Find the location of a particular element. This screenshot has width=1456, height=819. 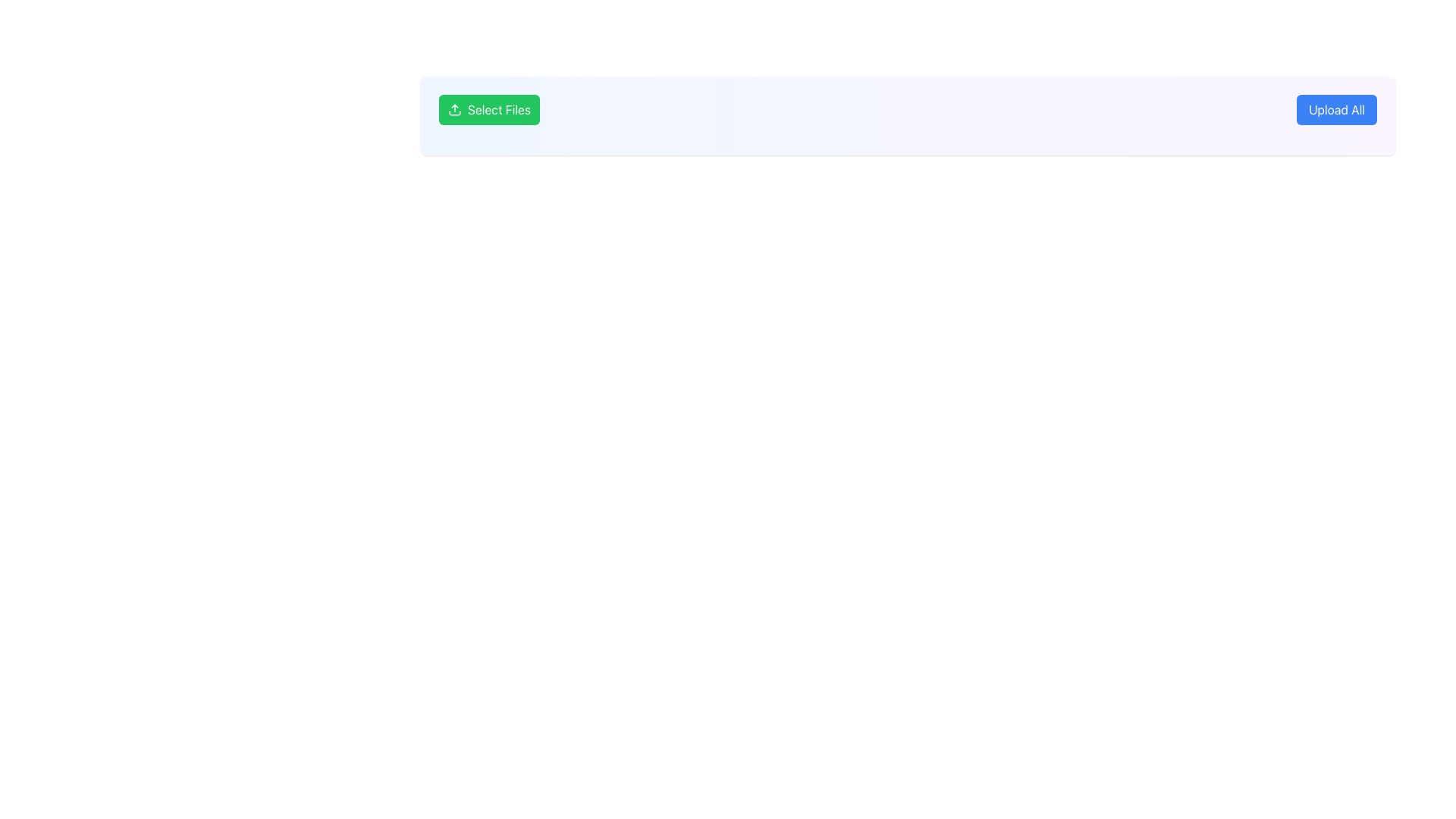

on the SVG Icon located inside the green rectangular button labeled 'Select Files', which serves as the upload indicator is located at coordinates (454, 109).